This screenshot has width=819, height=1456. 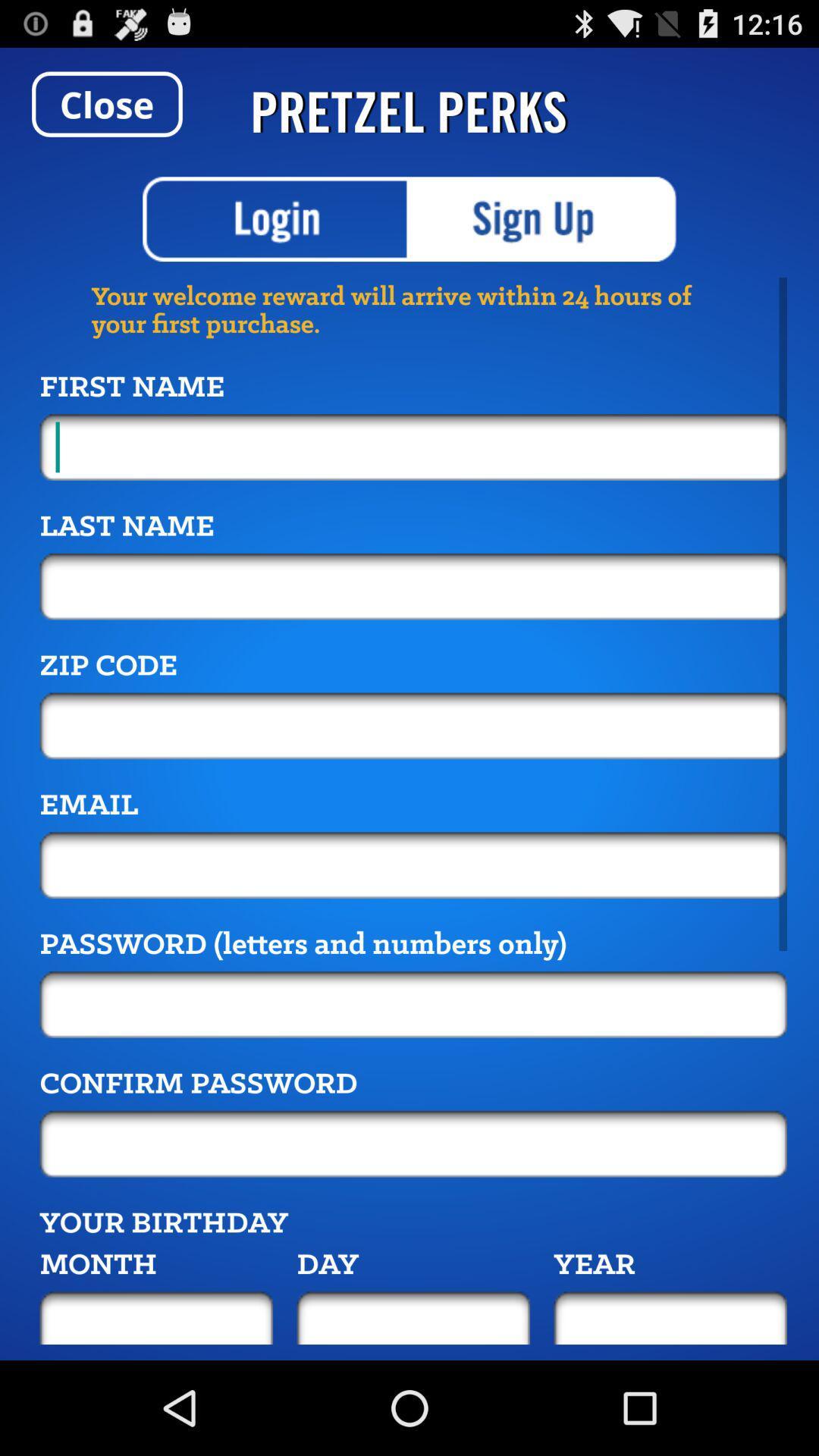 I want to click on because back devicer, so click(x=413, y=865).